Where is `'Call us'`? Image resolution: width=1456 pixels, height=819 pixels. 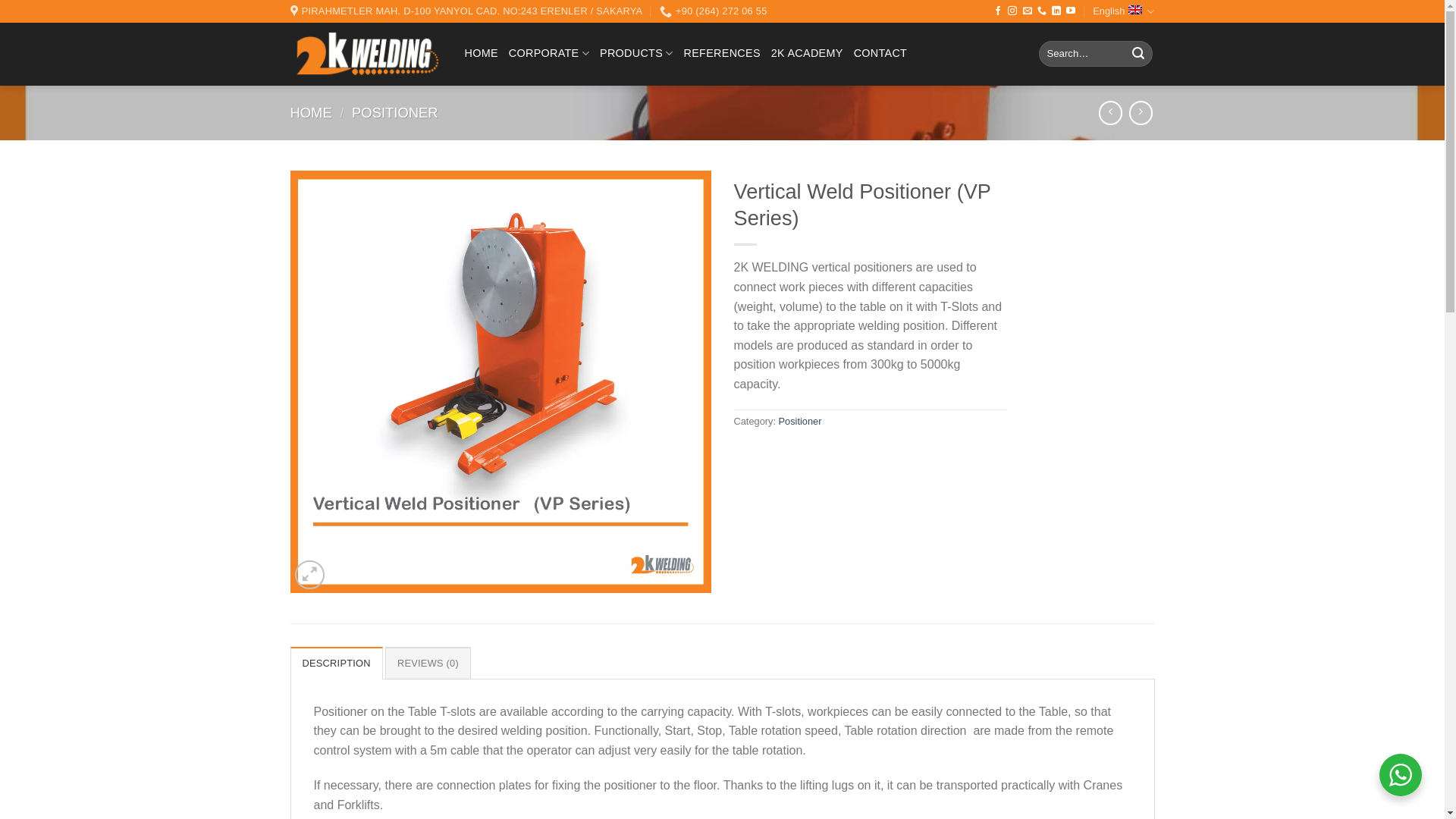
'Call us' is located at coordinates (1040, 11).